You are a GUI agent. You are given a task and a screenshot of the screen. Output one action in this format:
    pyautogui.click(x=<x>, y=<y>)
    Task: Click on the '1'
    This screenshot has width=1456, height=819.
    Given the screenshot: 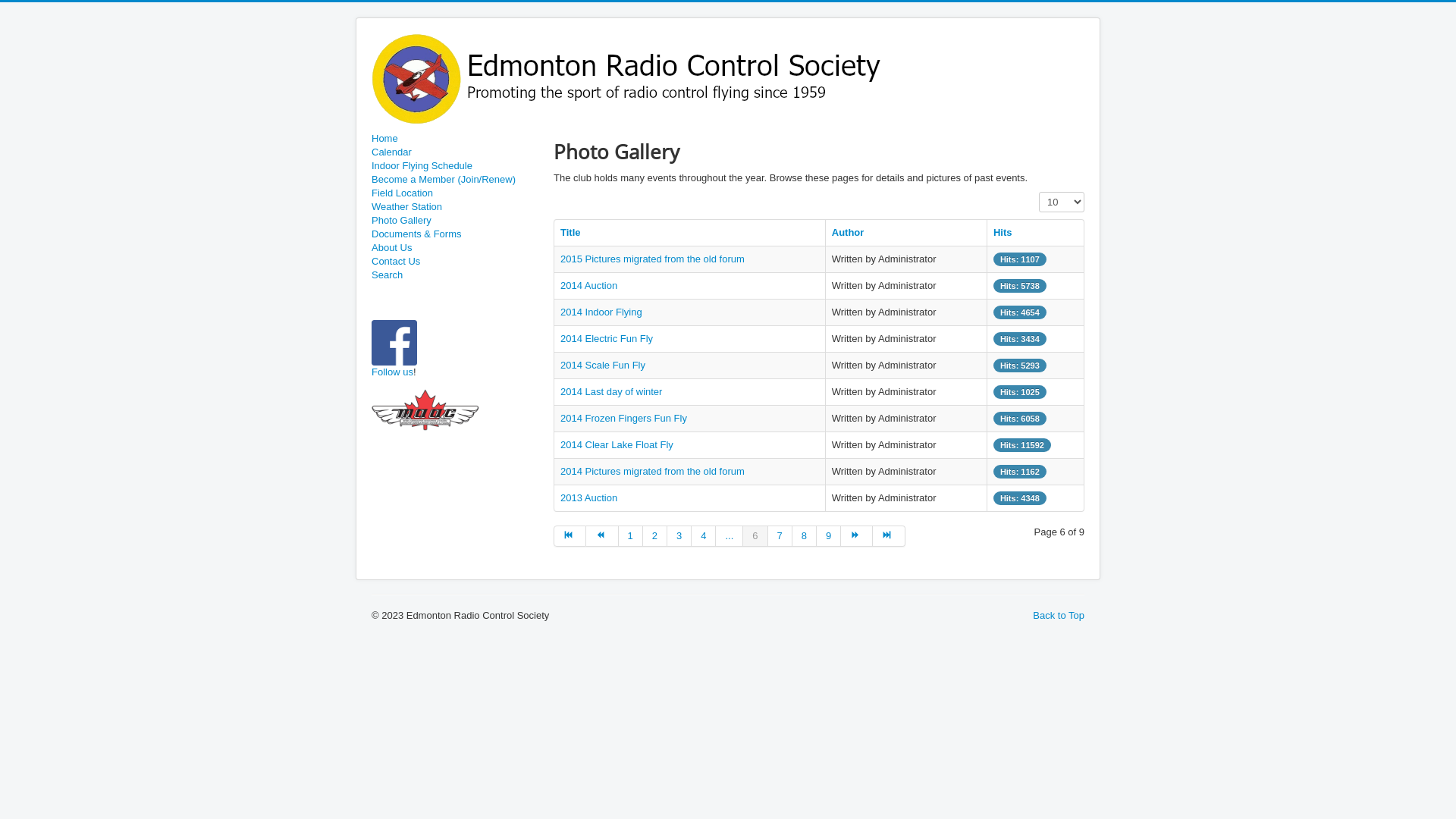 What is the action you would take?
    pyautogui.click(x=630, y=535)
    